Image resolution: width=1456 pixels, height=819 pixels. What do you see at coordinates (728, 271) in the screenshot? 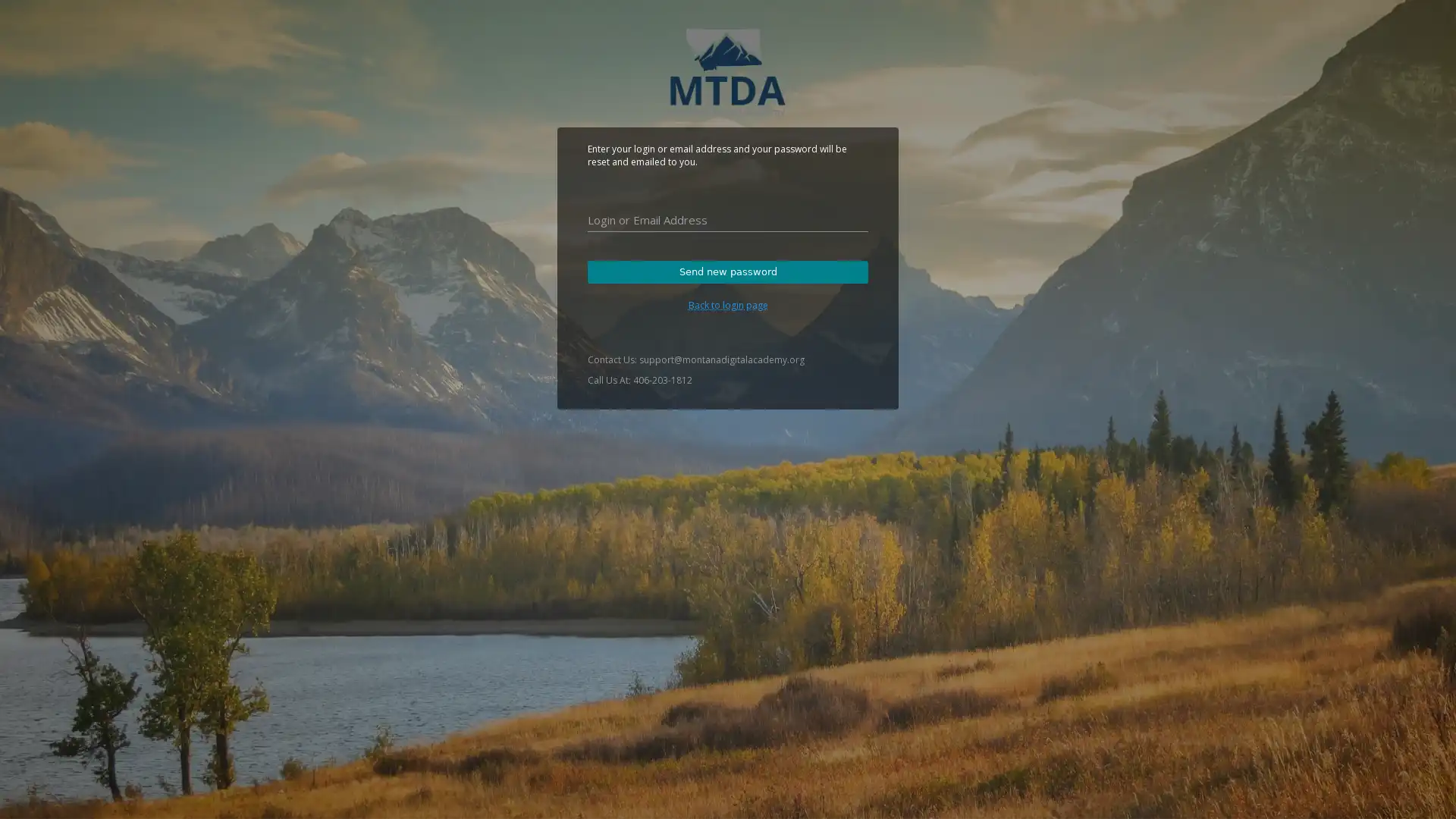
I see `Send new password` at bounding box center [728, 271].